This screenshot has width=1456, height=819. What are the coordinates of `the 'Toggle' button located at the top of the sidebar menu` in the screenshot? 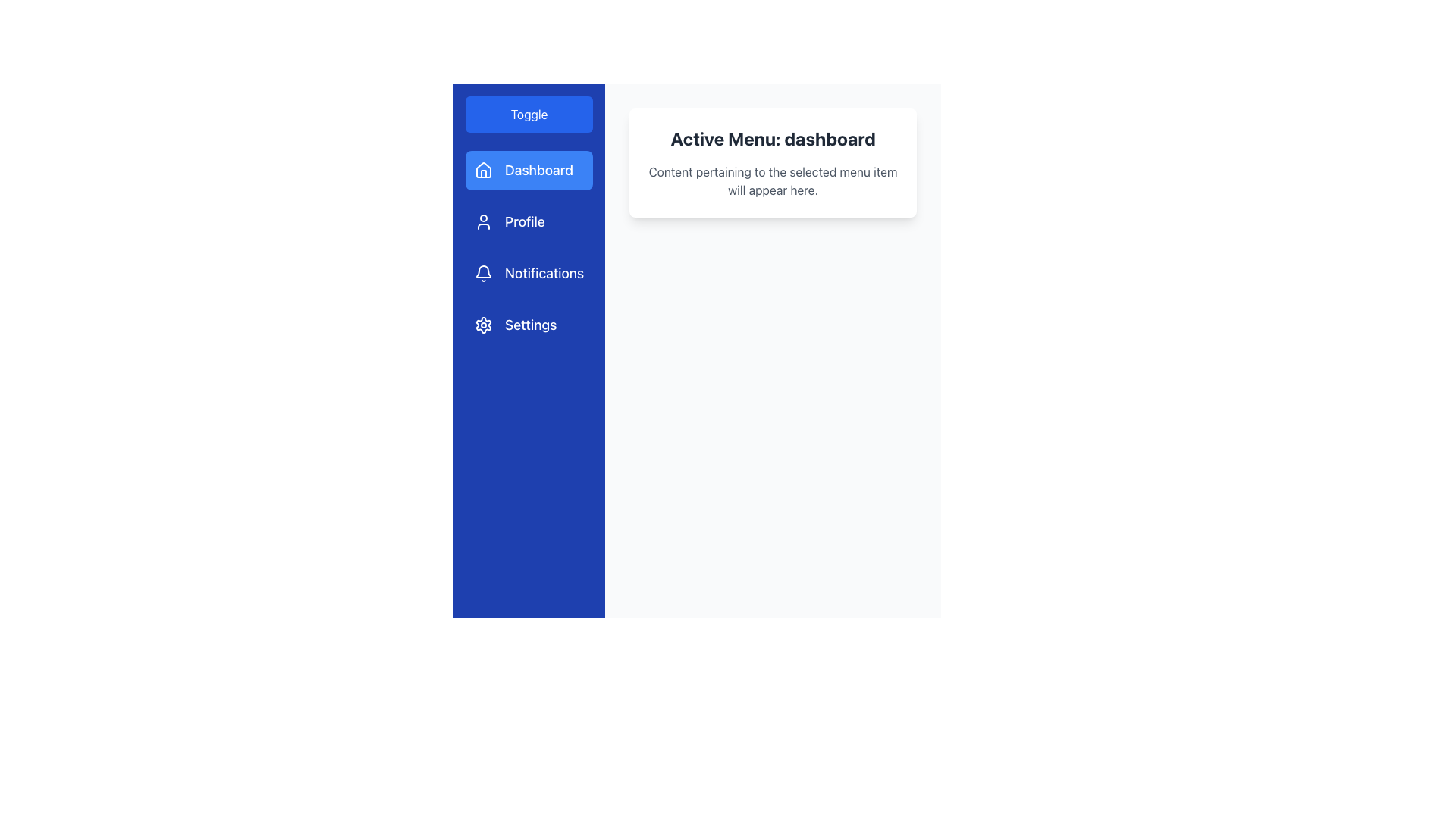 It's located at (529, 113).